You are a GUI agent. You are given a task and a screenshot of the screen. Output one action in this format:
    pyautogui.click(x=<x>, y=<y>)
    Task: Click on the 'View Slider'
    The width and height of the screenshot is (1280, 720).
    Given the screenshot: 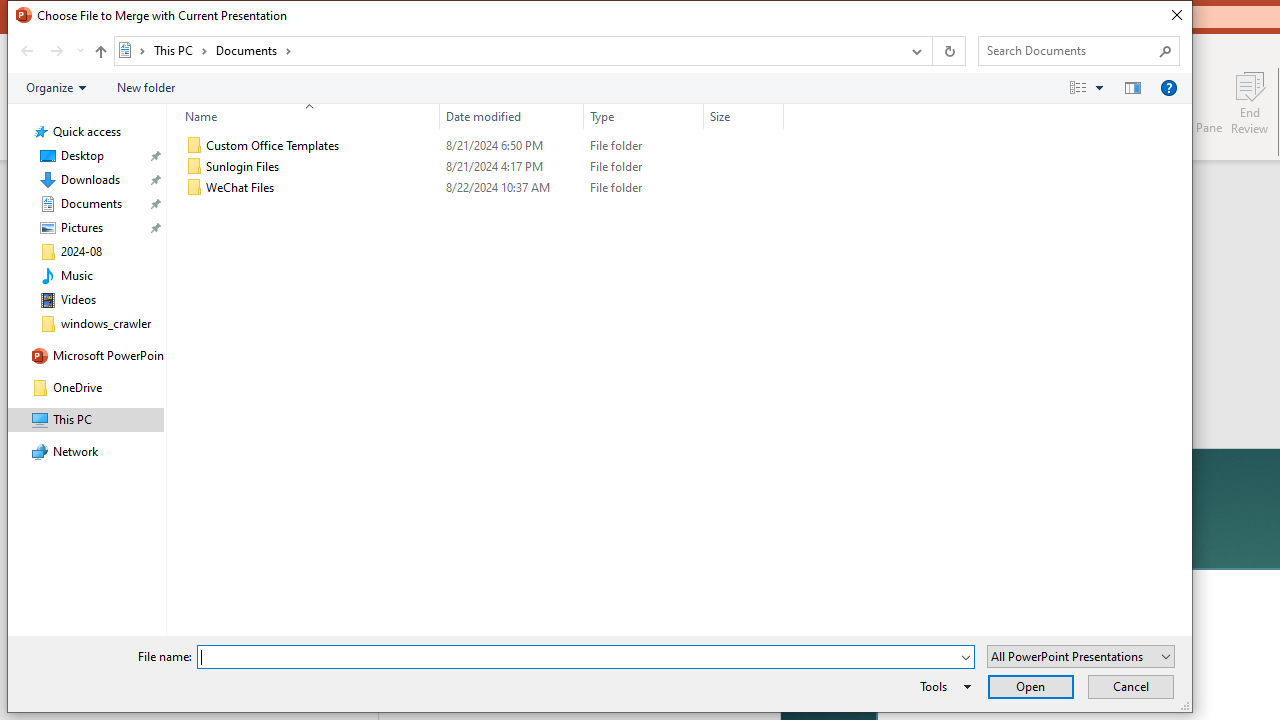 What is the action you would take?
    pyautogui.click(x=1098, y=86)
    